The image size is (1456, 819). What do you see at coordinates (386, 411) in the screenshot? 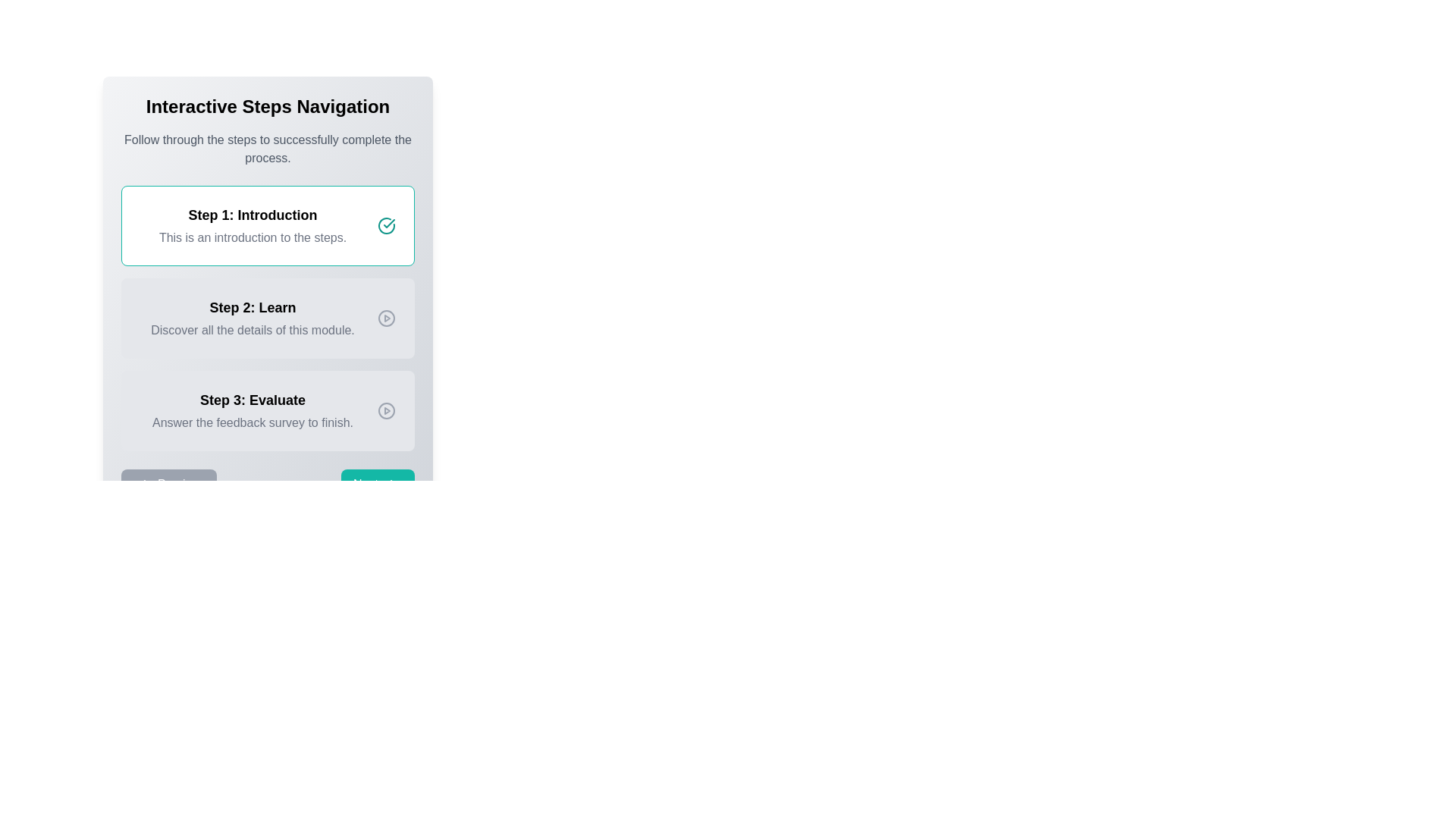
I see `the play button located in the bottom-right corner of the 'Step 3: Evaluate' section to initiate an action` at bounding box center [386, 411].